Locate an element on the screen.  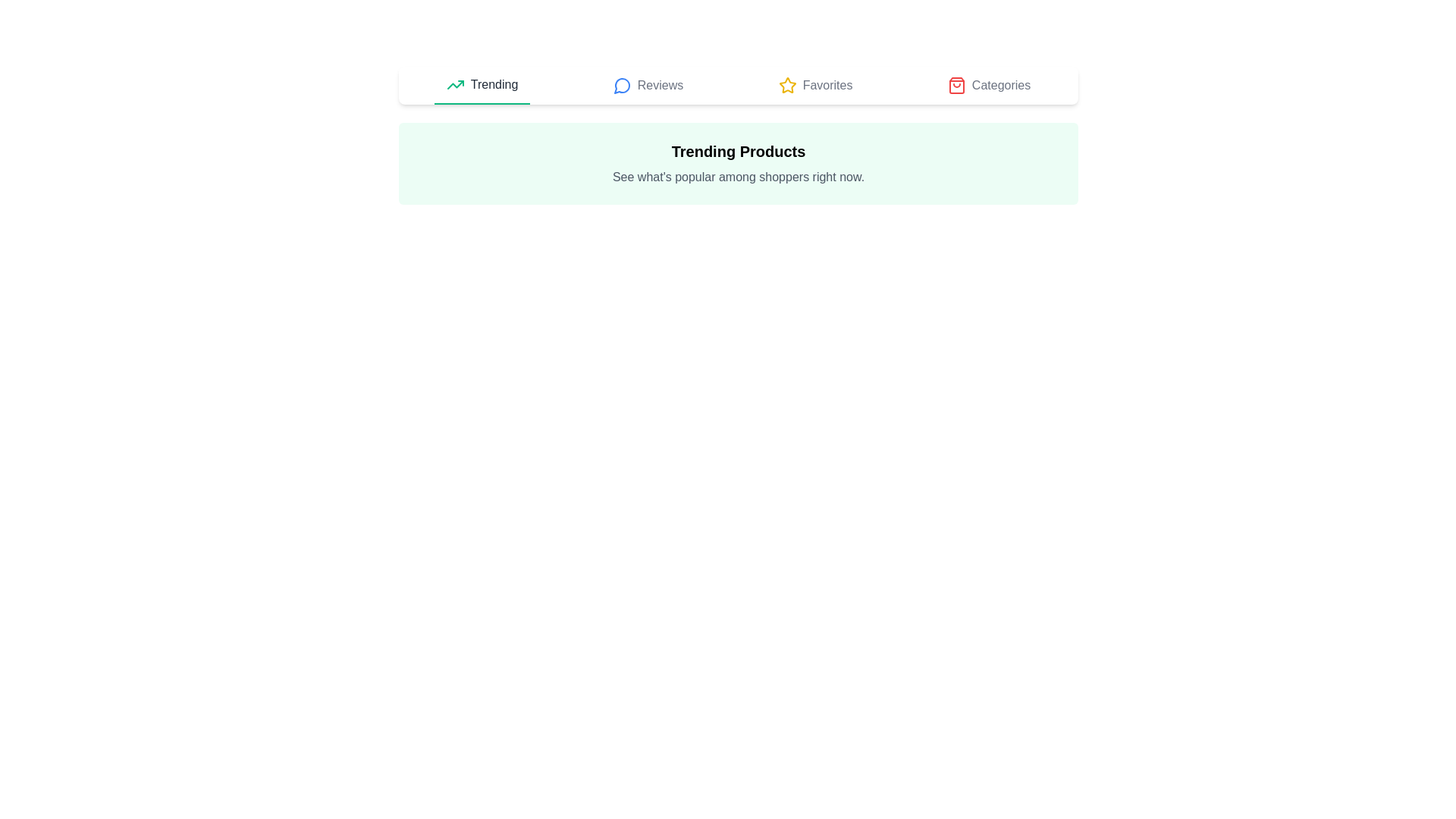
the 'Categories' text label, which is the fourth option in the horizontal navigation menu is located at coordinates (989, 85).